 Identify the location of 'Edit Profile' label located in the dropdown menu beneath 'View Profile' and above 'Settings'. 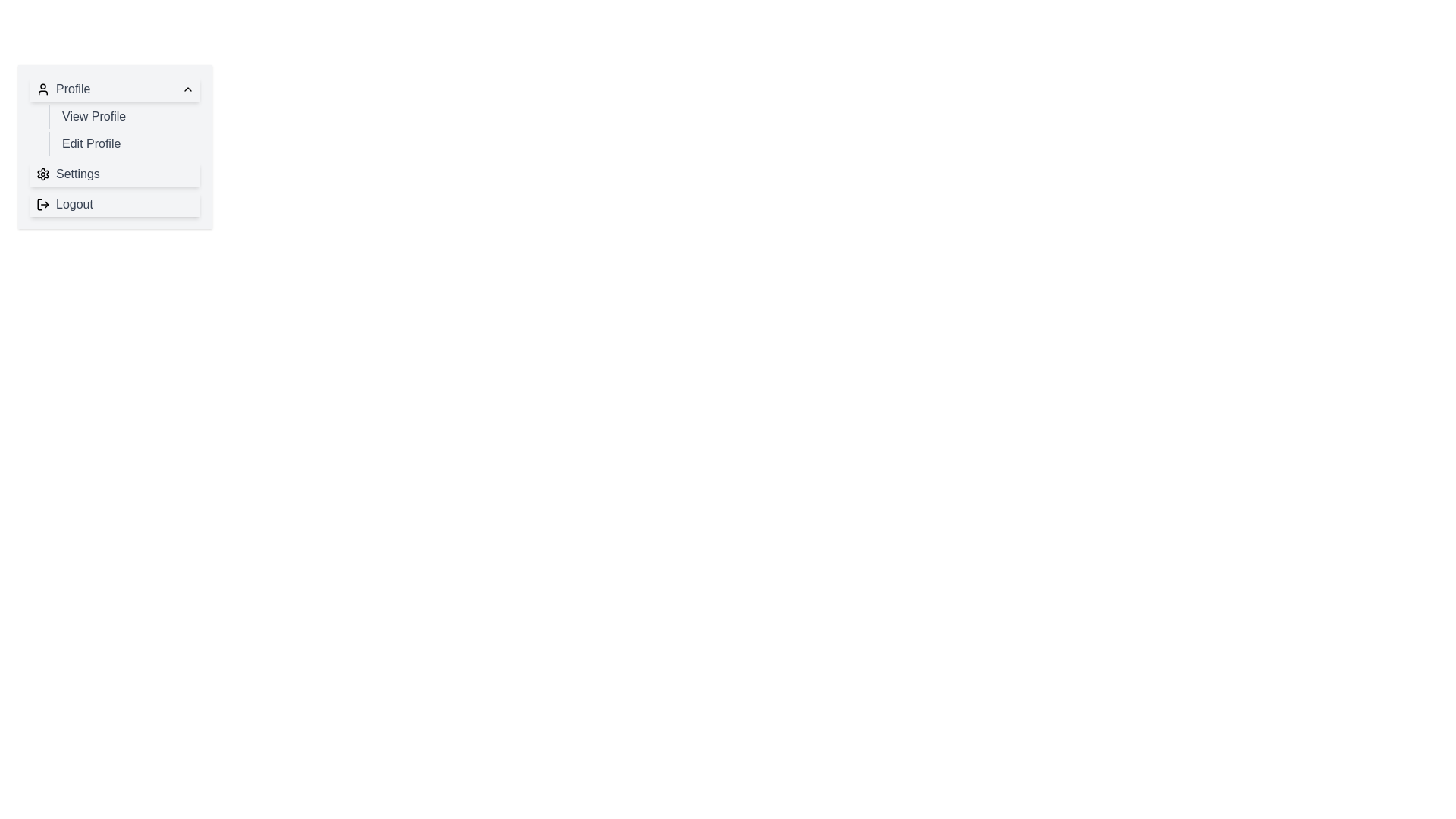
(90, 143).